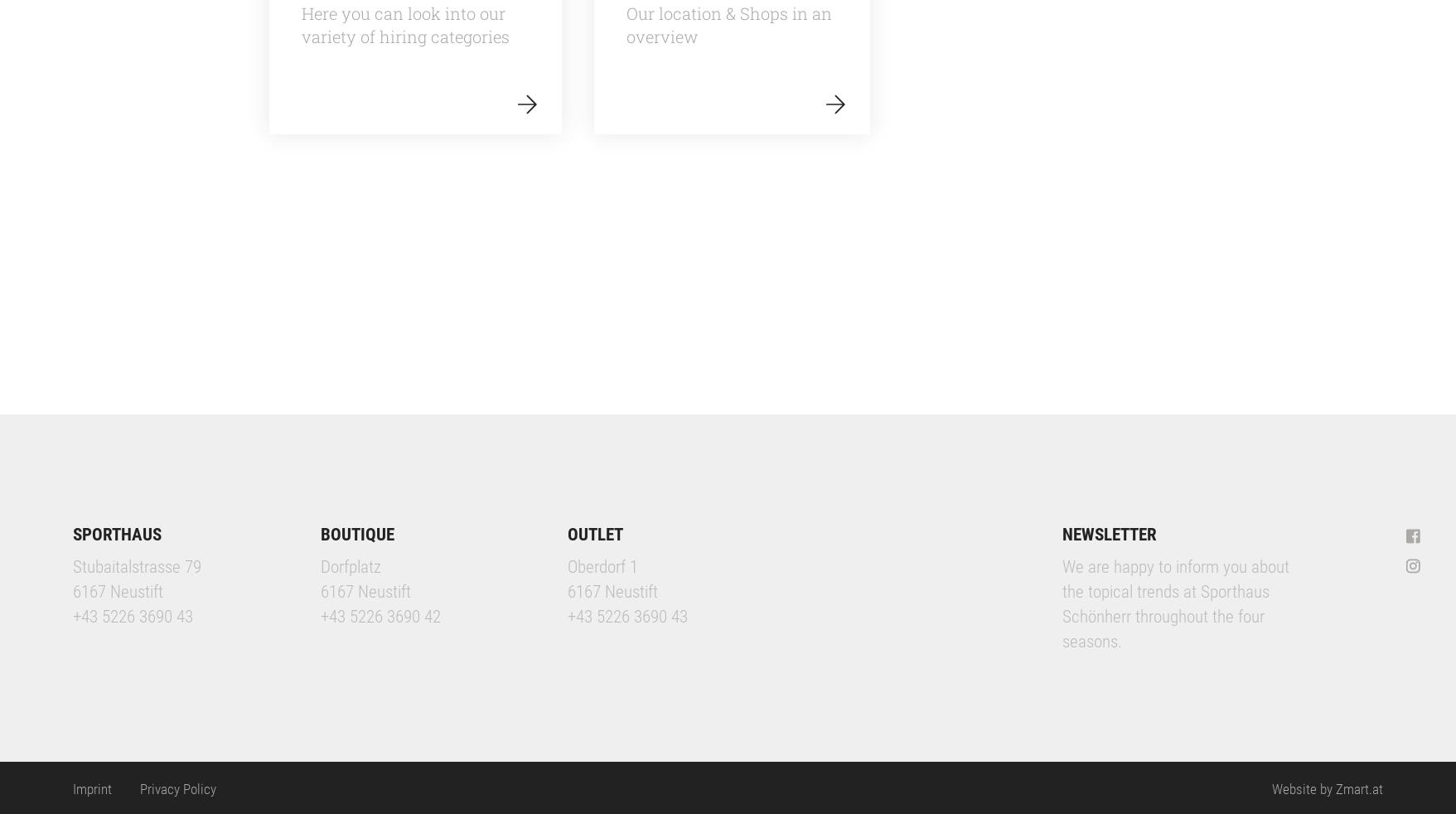 This screenshot has width=1456, height=814. I want to click on 'Privacy Policy', so click(139, 787).